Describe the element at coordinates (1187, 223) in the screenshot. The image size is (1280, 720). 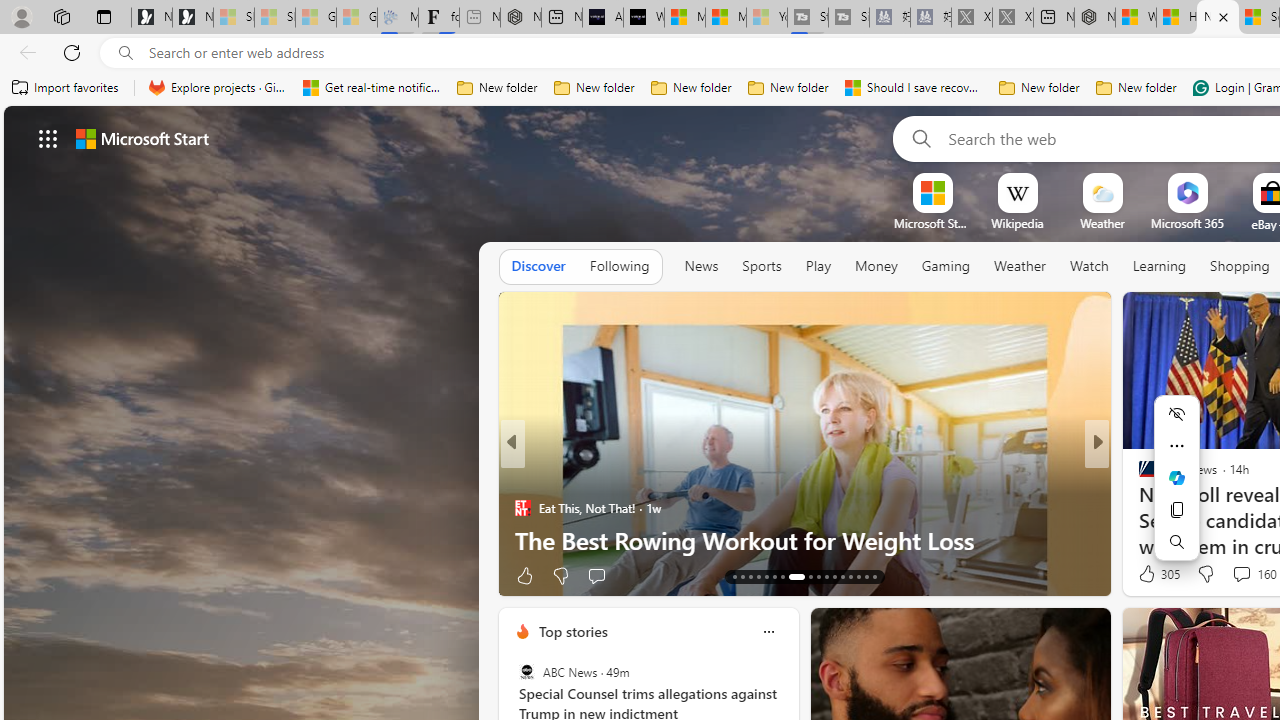
I see `'Microsoft 365'` at that location.